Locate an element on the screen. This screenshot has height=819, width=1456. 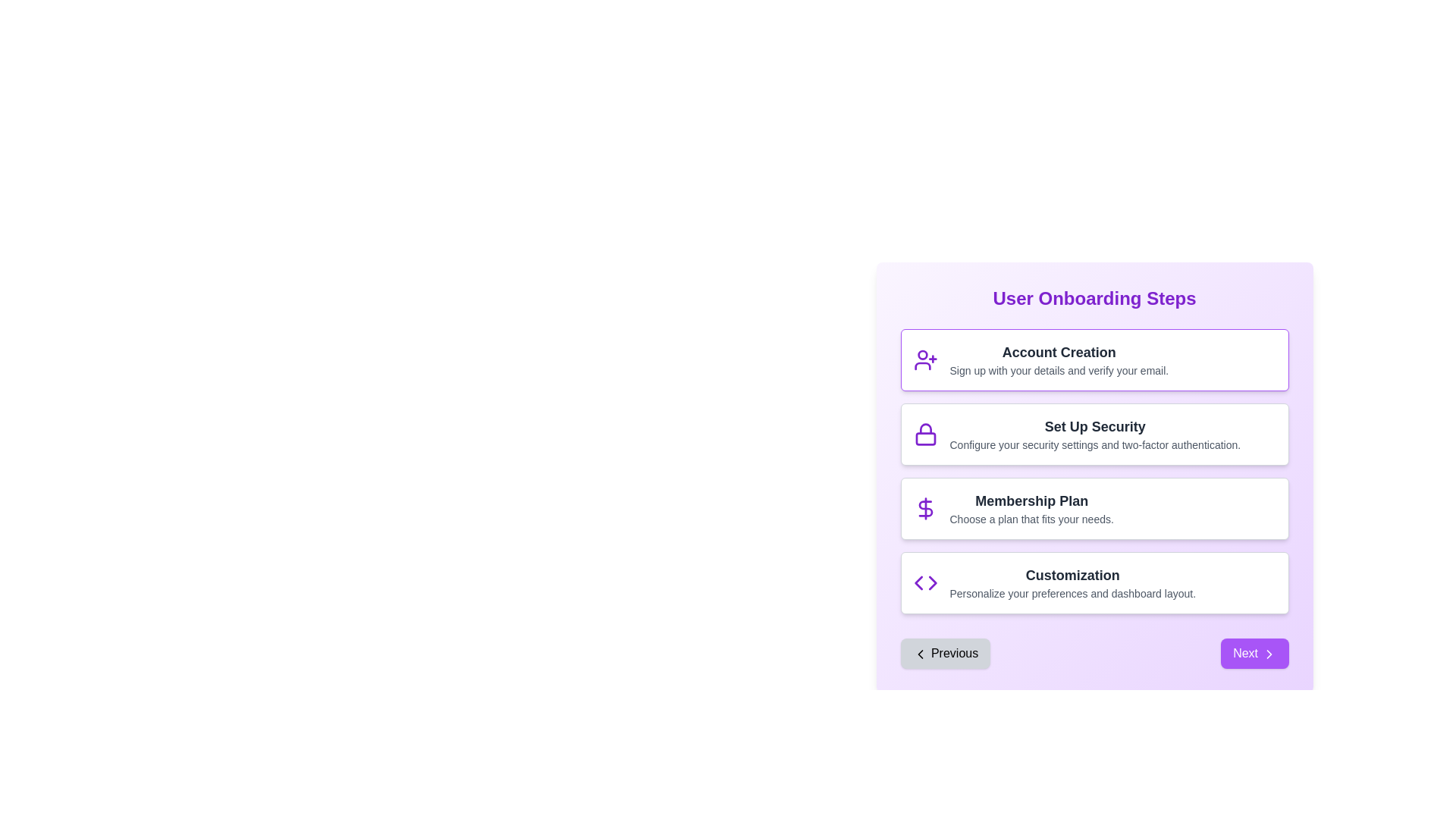
the upper semicircular arc of the lock icon in the 'Set Up Security' card during user onboarding steps is located at coordinates (924, 428).